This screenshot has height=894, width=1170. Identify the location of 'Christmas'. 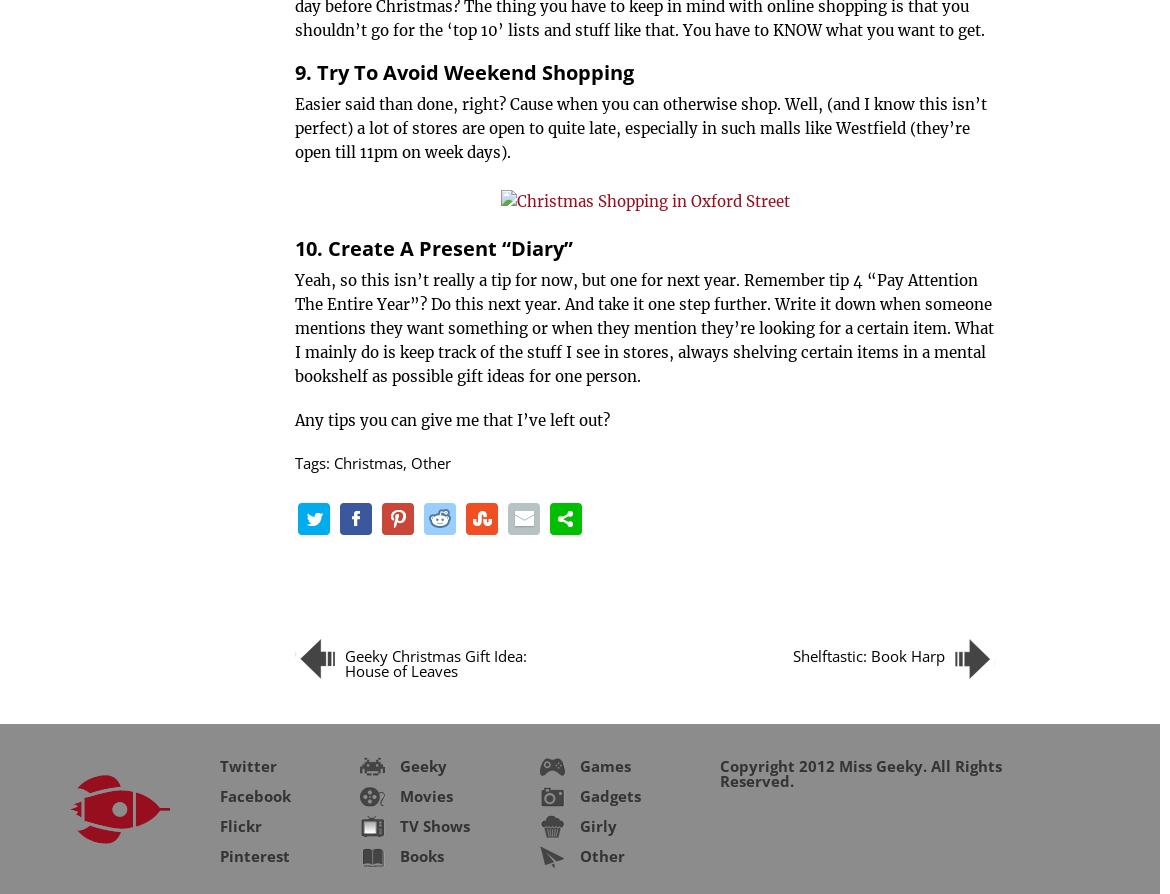
(333, 463).